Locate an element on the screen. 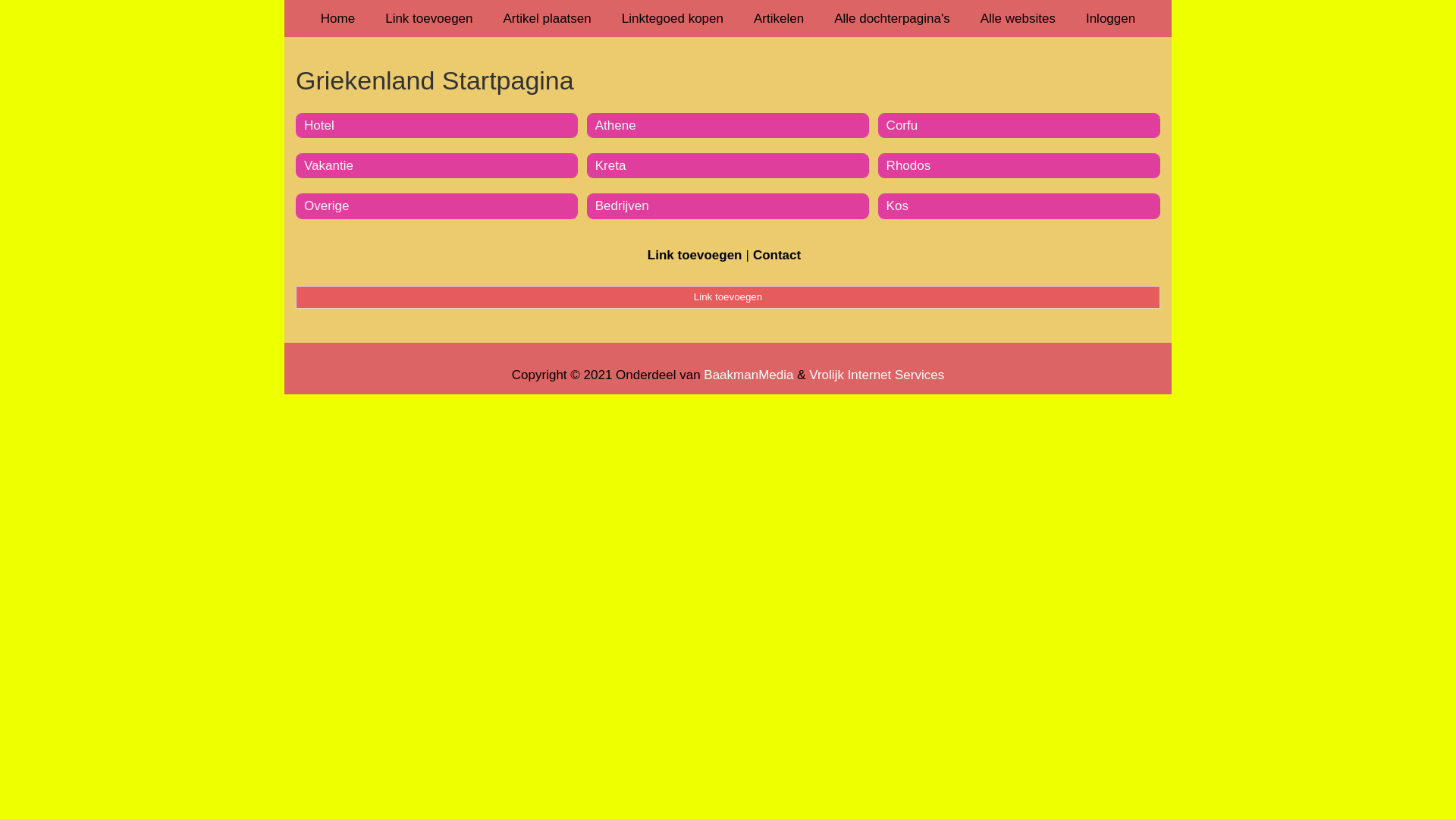  'Inloggen' is located at coordinates (1110, 18).